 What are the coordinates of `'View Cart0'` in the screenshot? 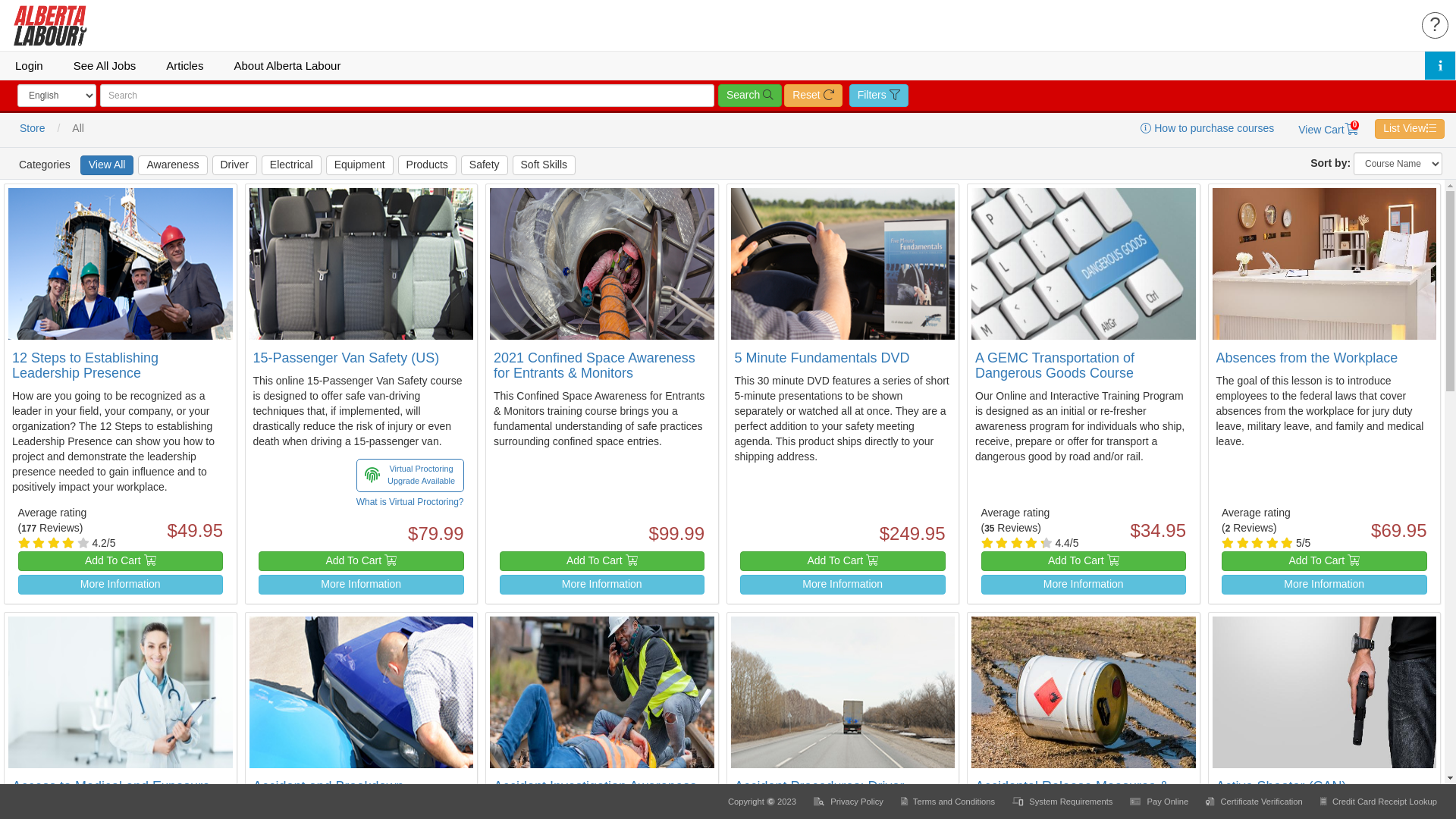 It's located at (1328, 129).